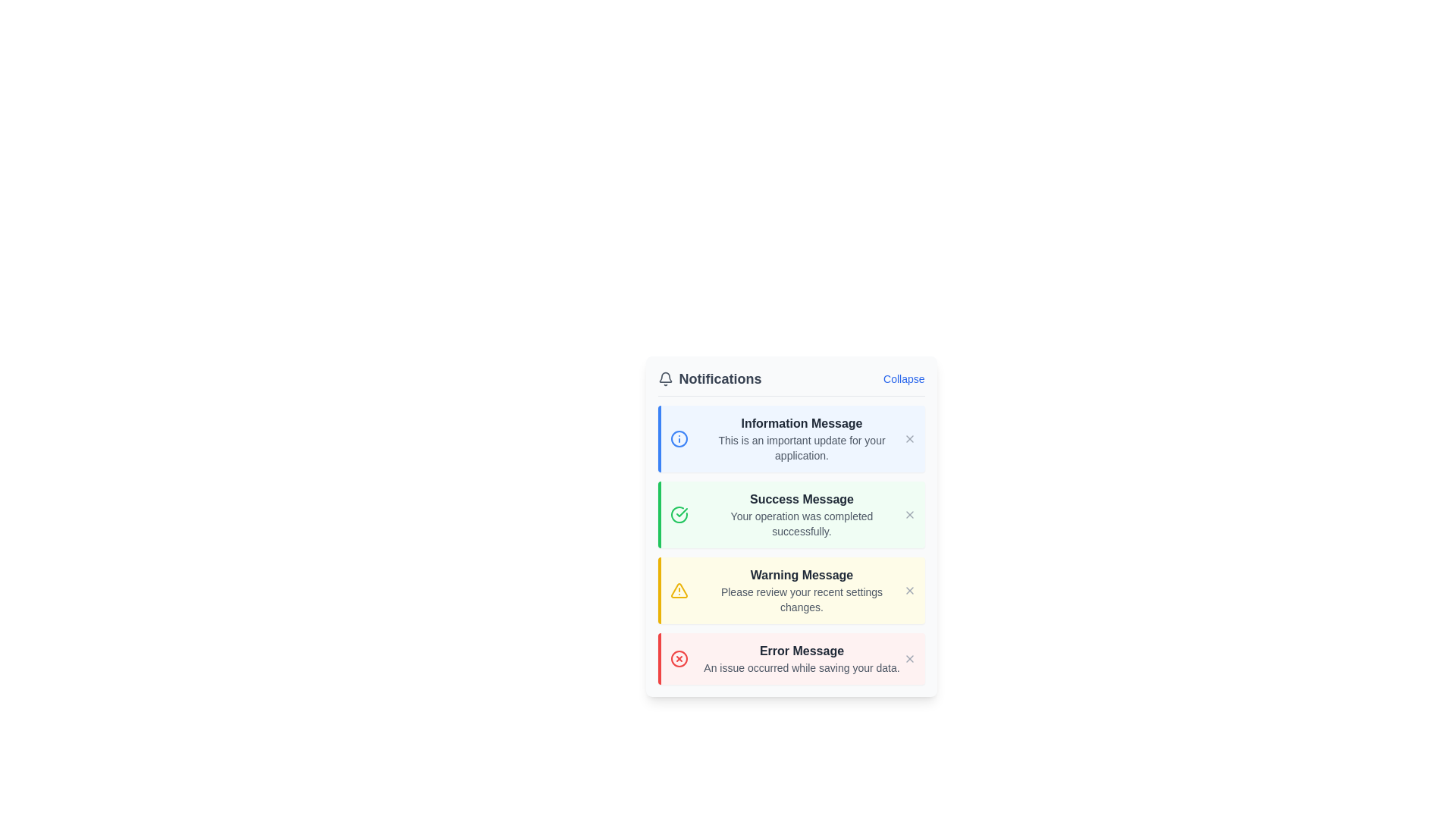 The image size is (1456, 819). What do you see at coordinates (909, 590) in the screenshot?
I see `the close icon button ('X') located to the right of the warning message in the third notification box` at bounding box center [909, 590].